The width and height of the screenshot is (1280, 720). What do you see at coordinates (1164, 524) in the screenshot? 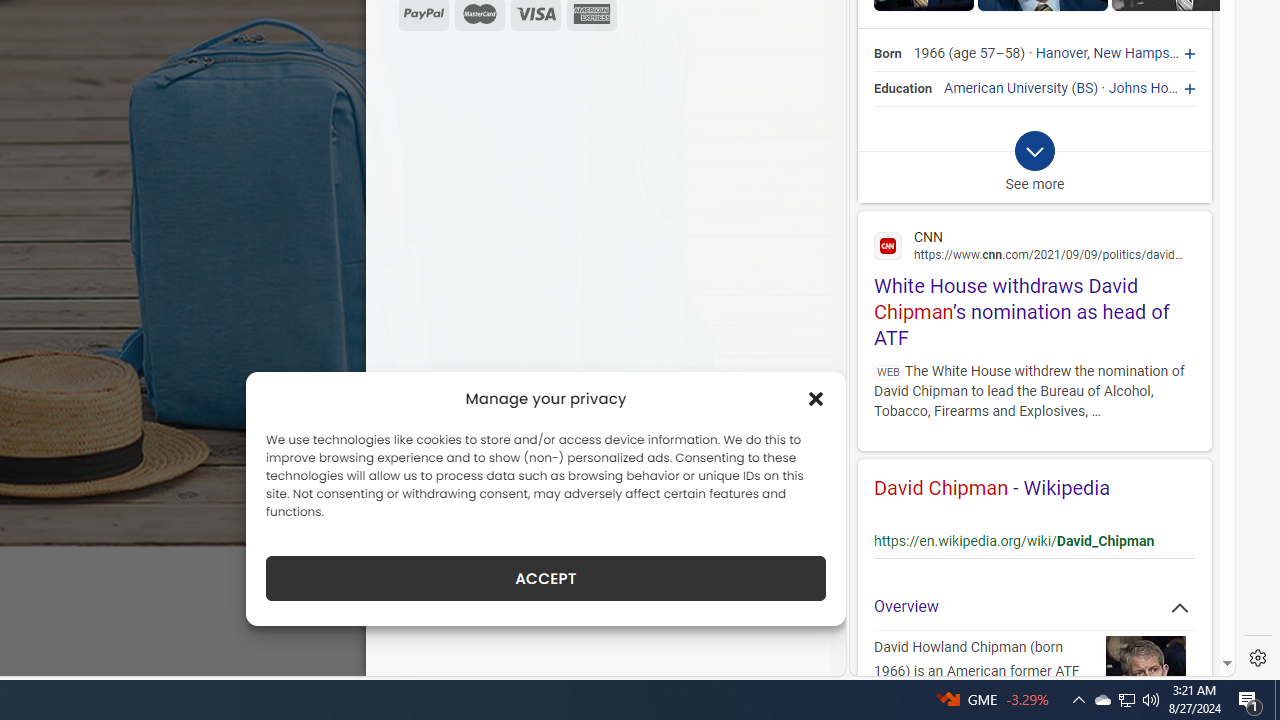
I see `'Actions for this site'` at bounding box center [1164, 524].